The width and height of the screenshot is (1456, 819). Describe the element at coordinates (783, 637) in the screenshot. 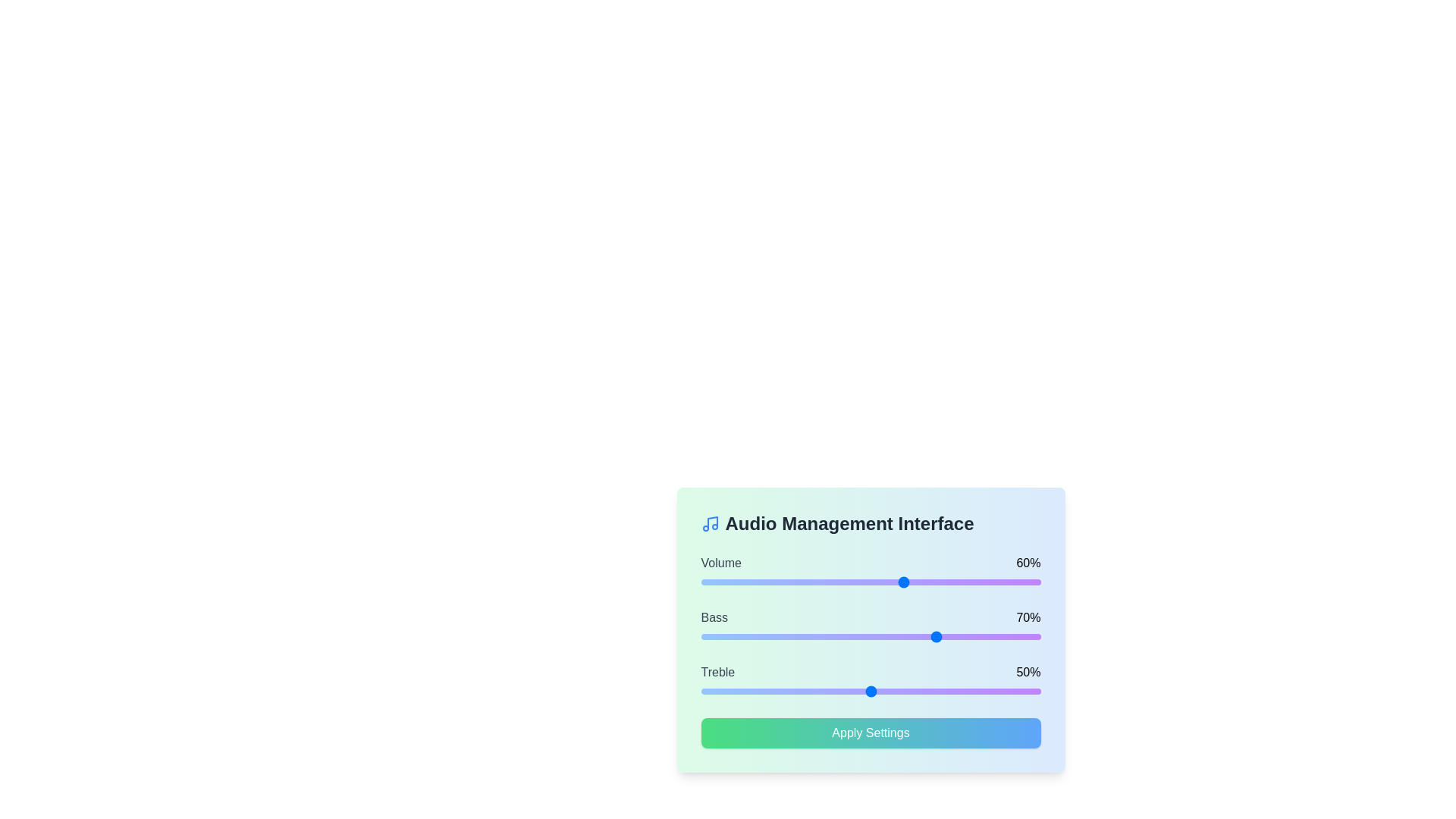

I see `the bass level` at that location.